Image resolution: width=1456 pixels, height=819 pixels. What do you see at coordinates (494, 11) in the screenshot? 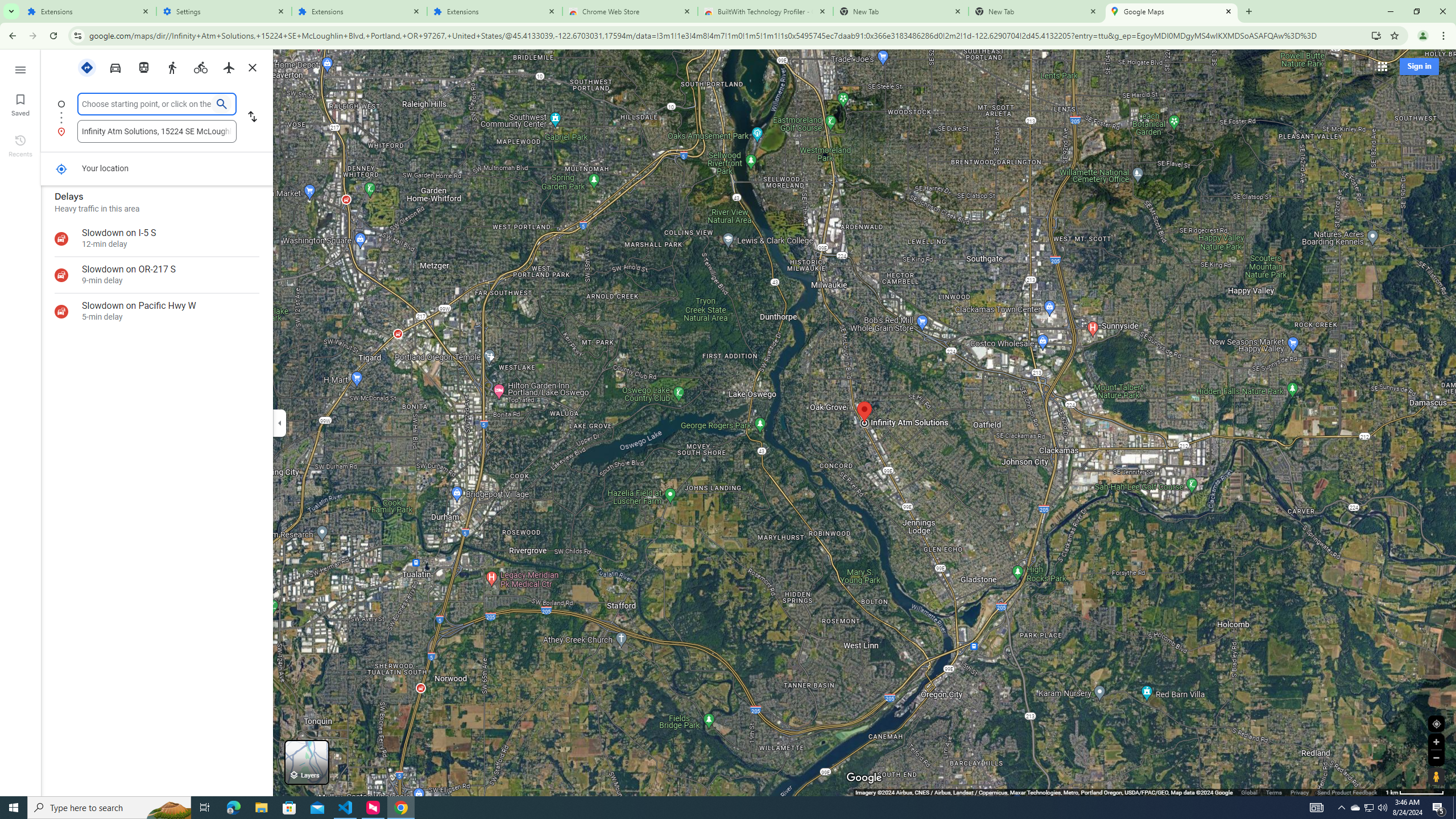
I see `'Extensions'` at bounding box center [494, 11].